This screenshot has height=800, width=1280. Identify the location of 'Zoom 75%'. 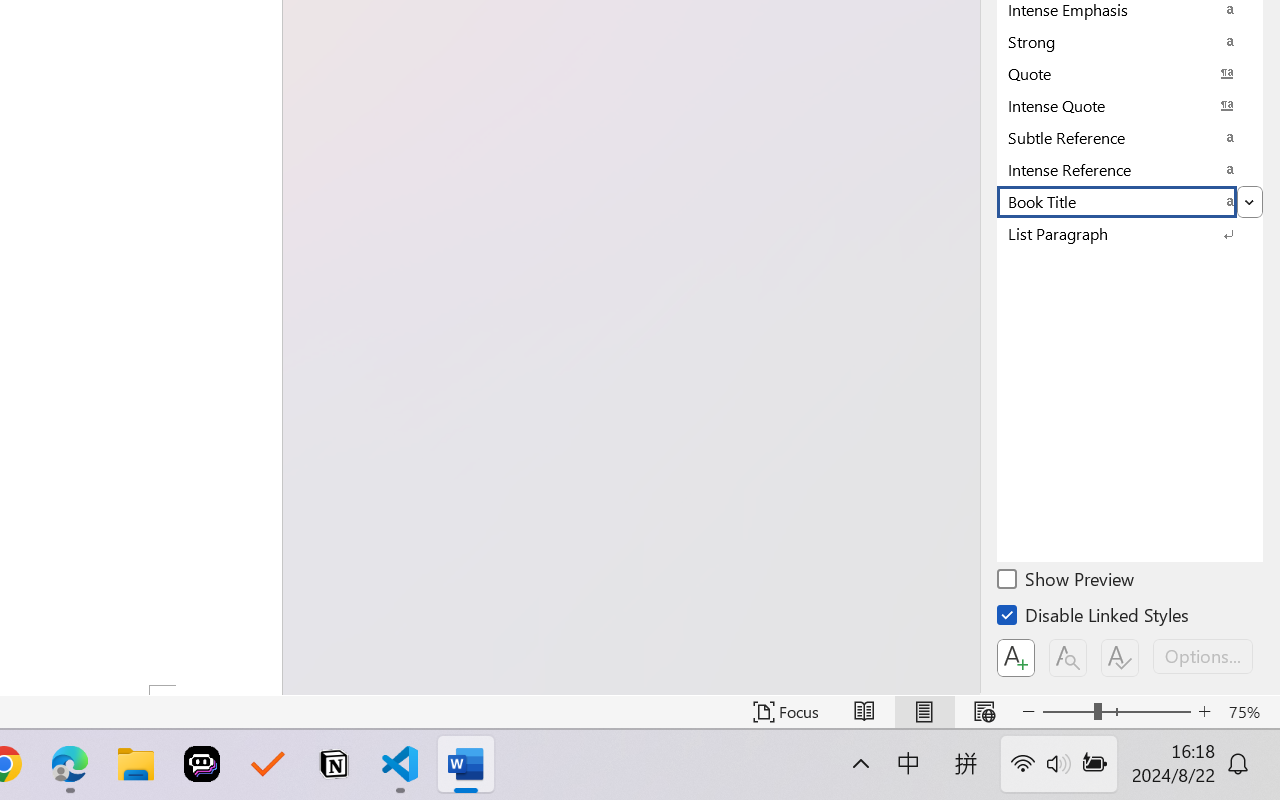
(1248, 711).